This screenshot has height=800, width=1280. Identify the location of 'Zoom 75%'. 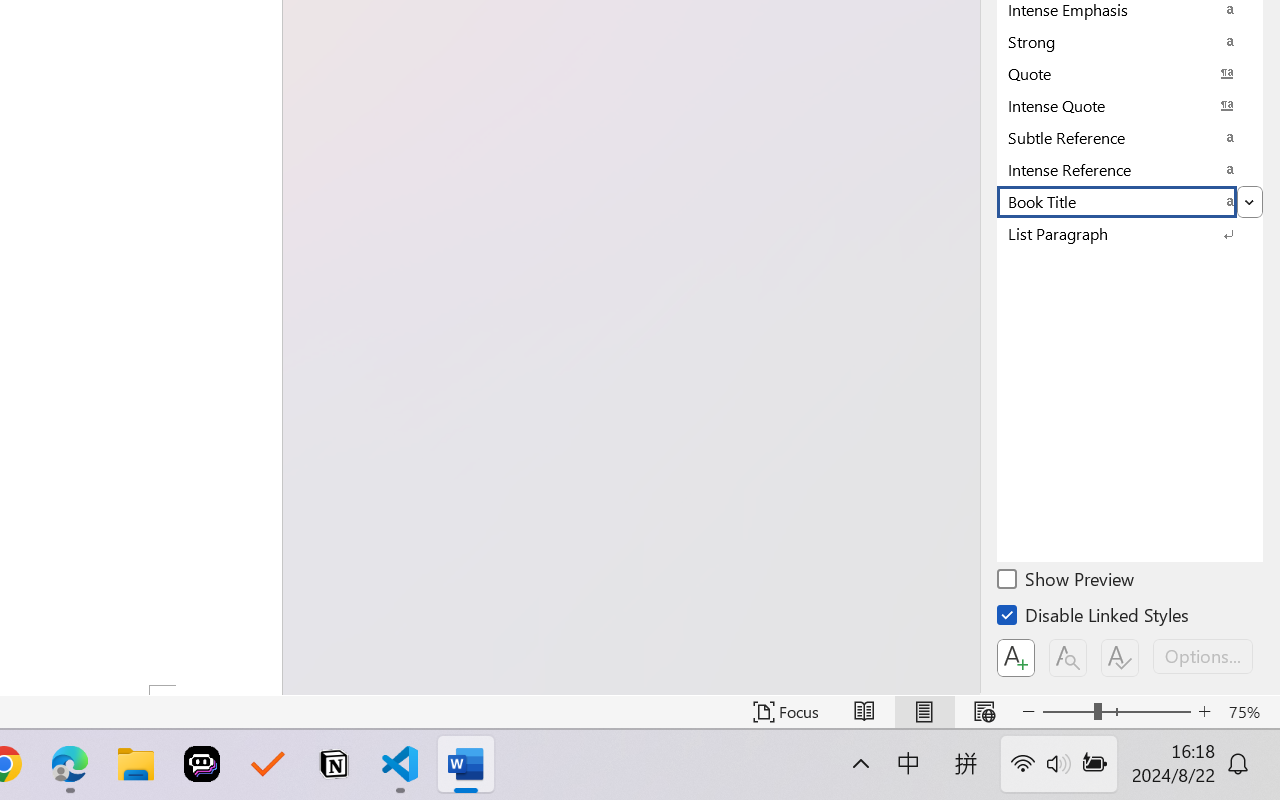
(1248, 711).